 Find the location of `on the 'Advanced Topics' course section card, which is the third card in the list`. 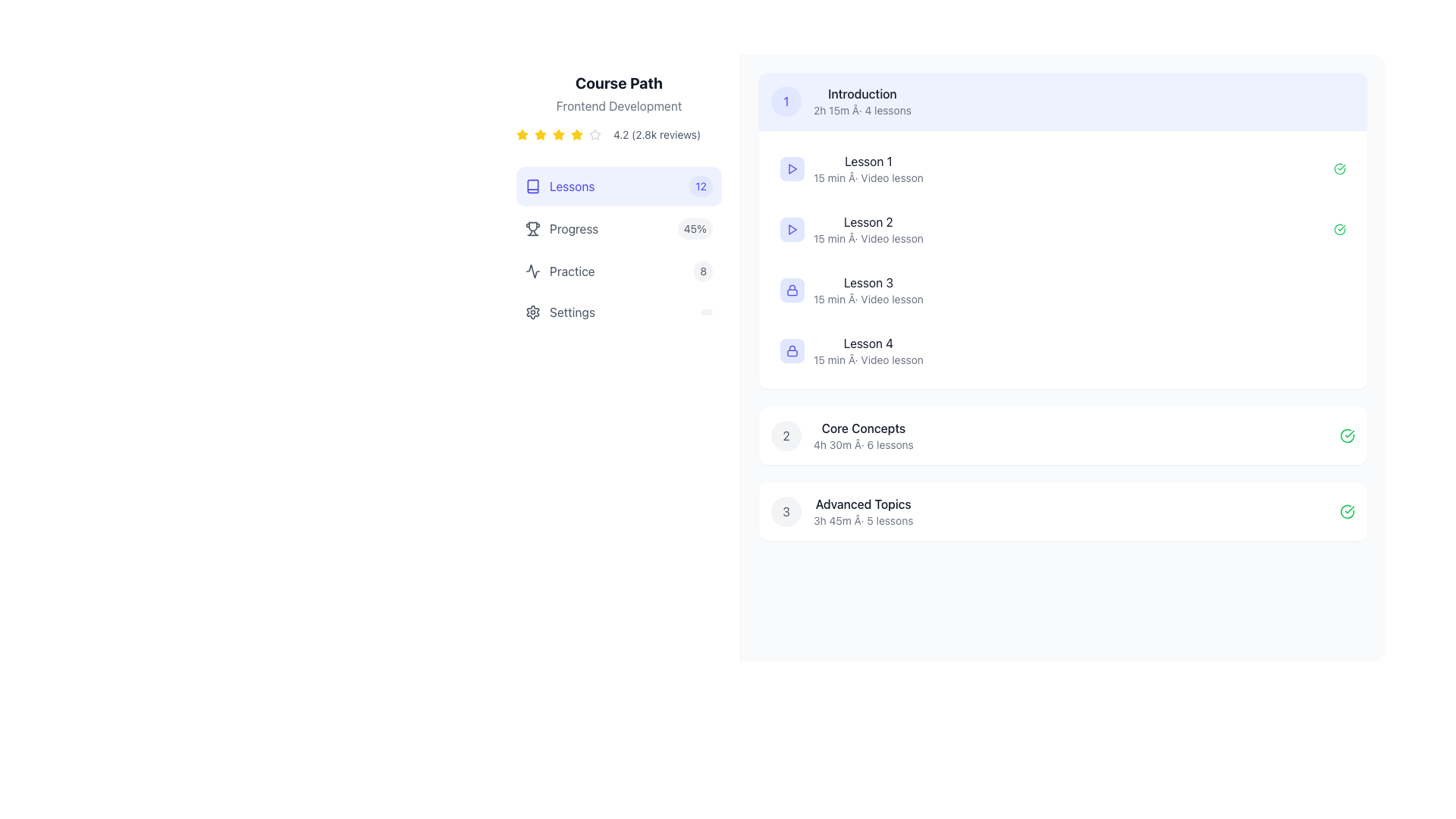

on the 'Advanced Topics' course section card, which is the third card in the list is located at coordinates (1062, 512).